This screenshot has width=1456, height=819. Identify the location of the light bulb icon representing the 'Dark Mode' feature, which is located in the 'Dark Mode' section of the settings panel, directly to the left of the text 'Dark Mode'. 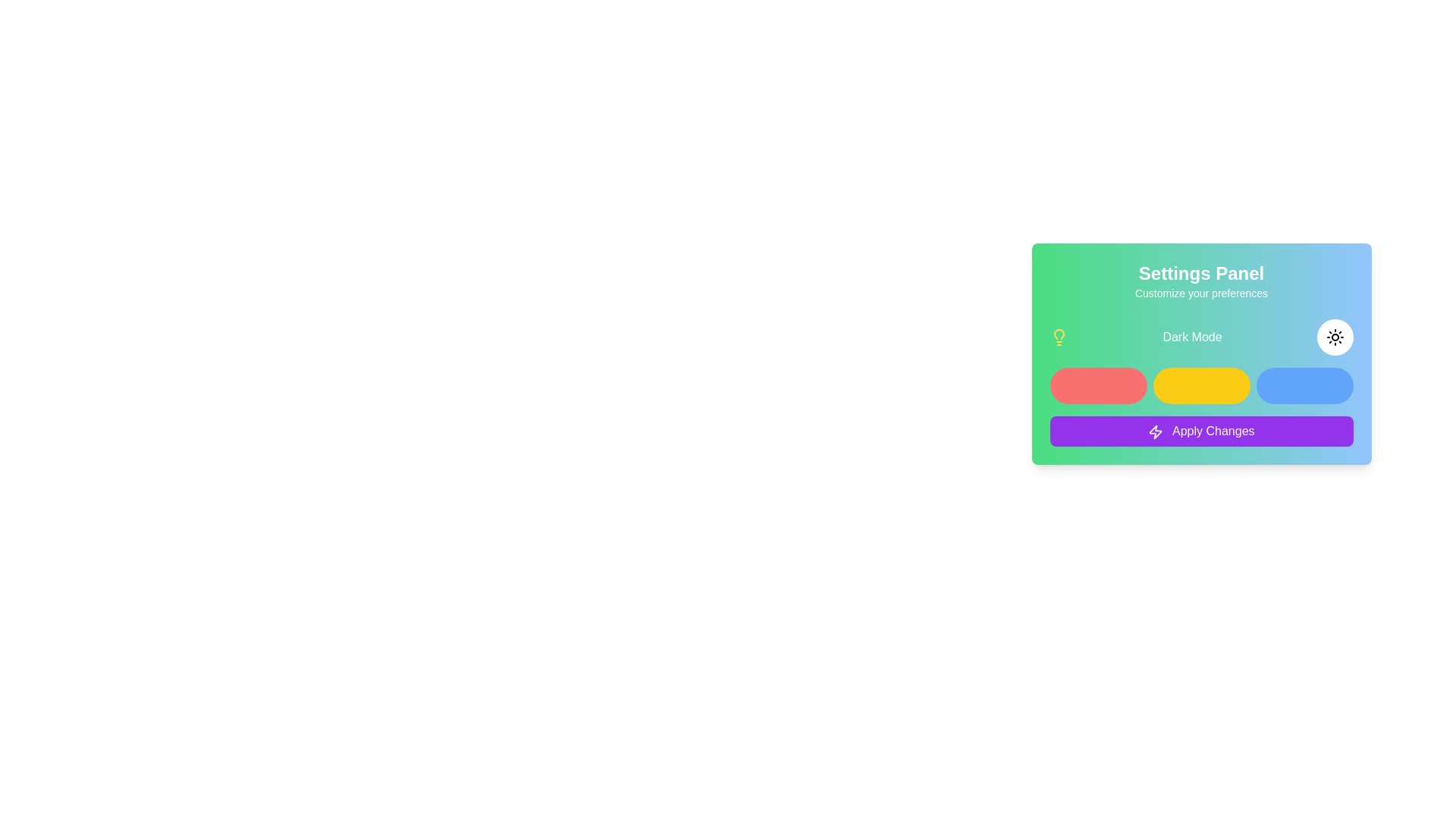
(1058, 336).